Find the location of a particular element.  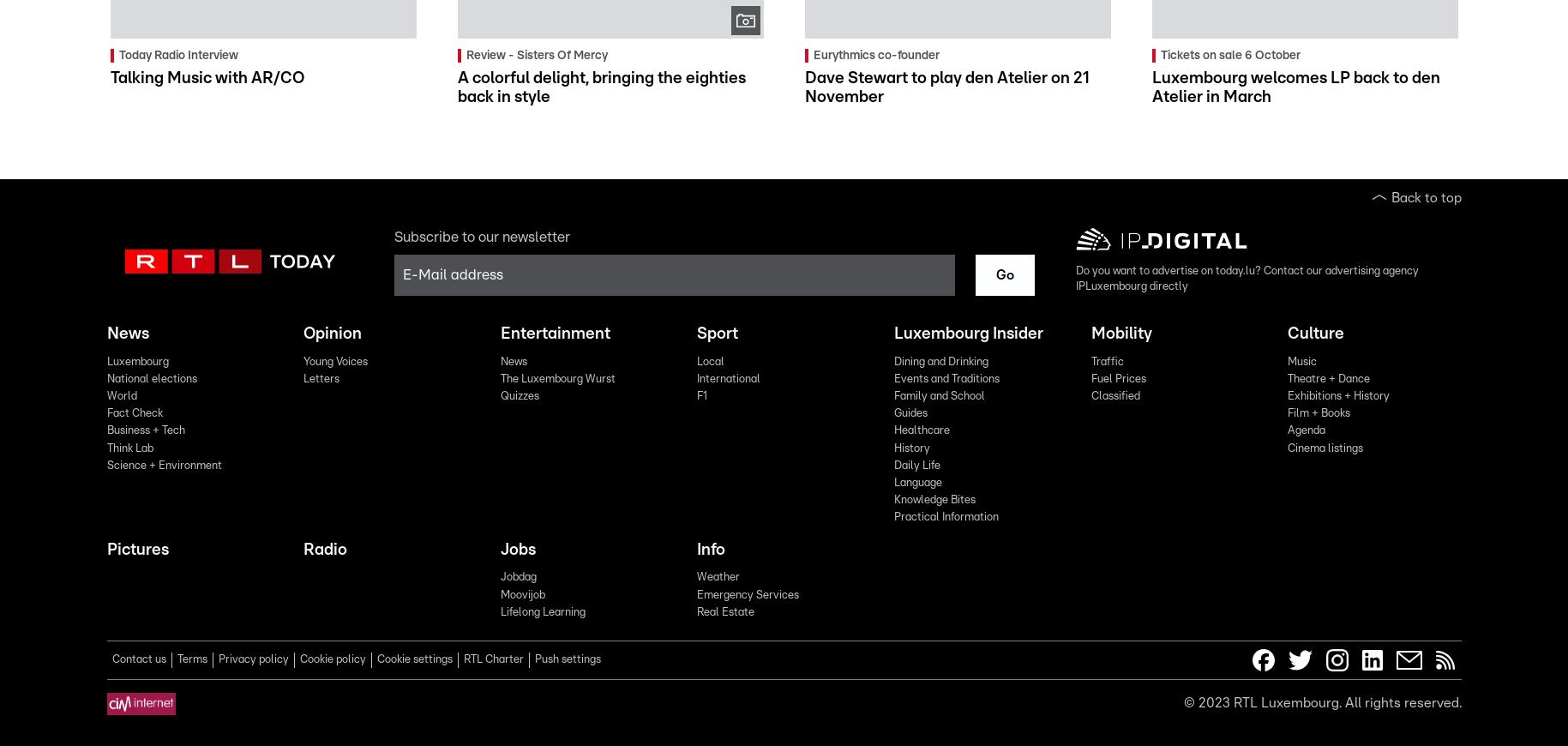

'Daily Life' is located at coordinates (916, 464).